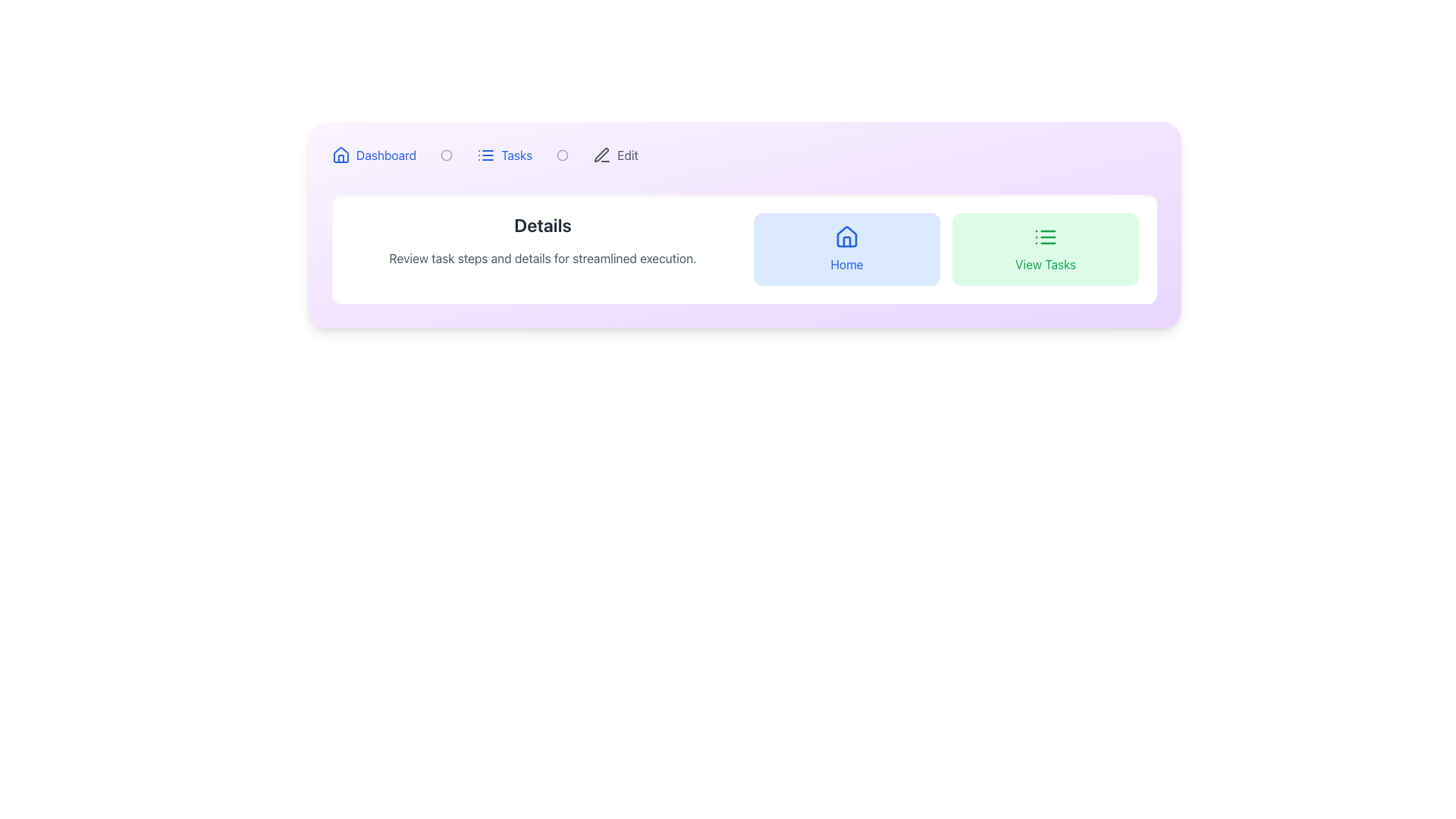 Image resolution: width=1456 pixels, height=819 pixels. What do you see at coordinates (340, 155) in the screenshot?
I see `the house icon outlined in blue, located next` at bounding box center [340, 155].